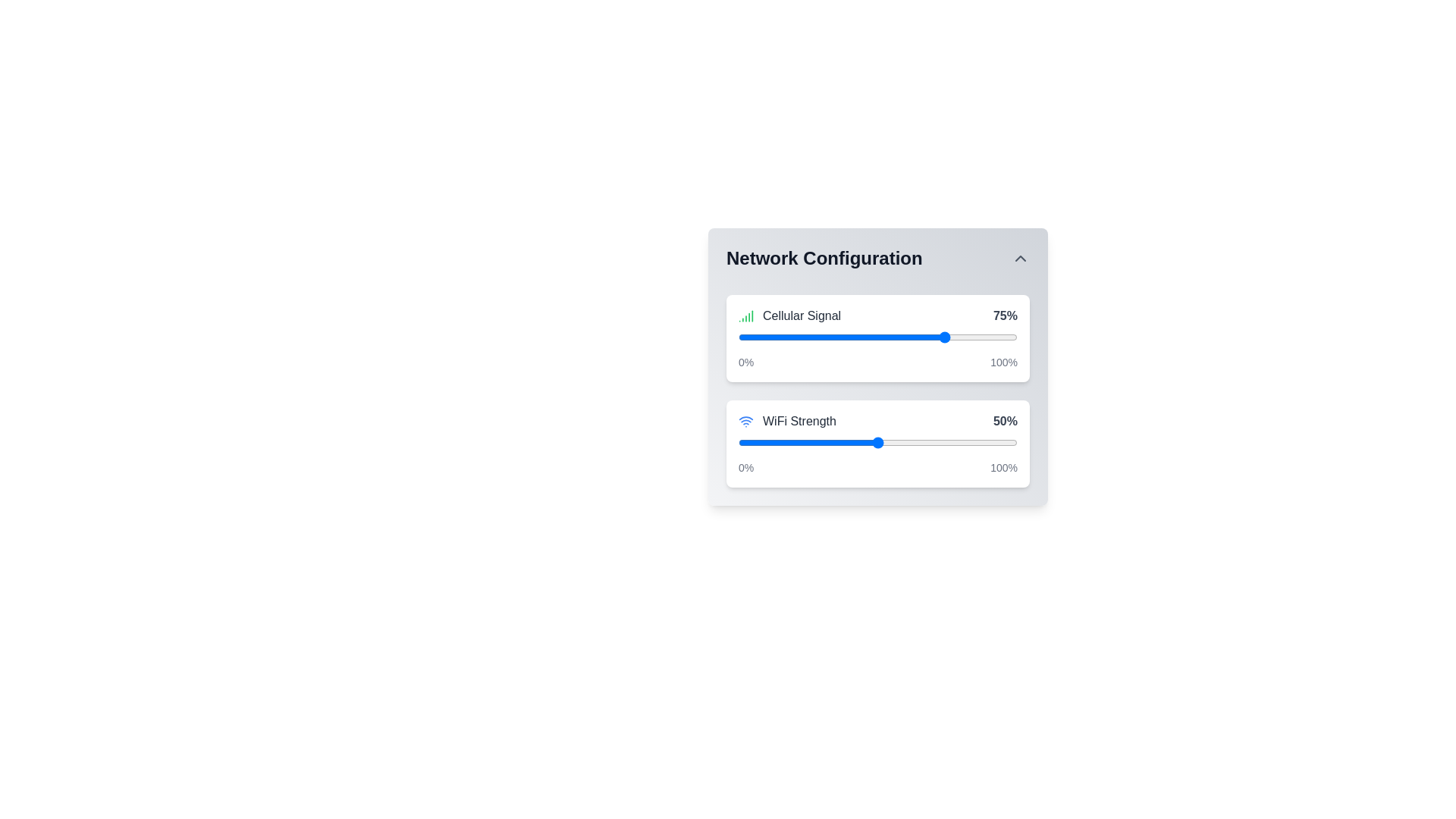 The height and width of the screenshot is (819, 1456). What do you see at coordinates (877, 384) in the screenshot?
I see `the composite panel containing sliders and labels for network attributes in the 'Network Configuration' section` at bounding box center [877, 384].